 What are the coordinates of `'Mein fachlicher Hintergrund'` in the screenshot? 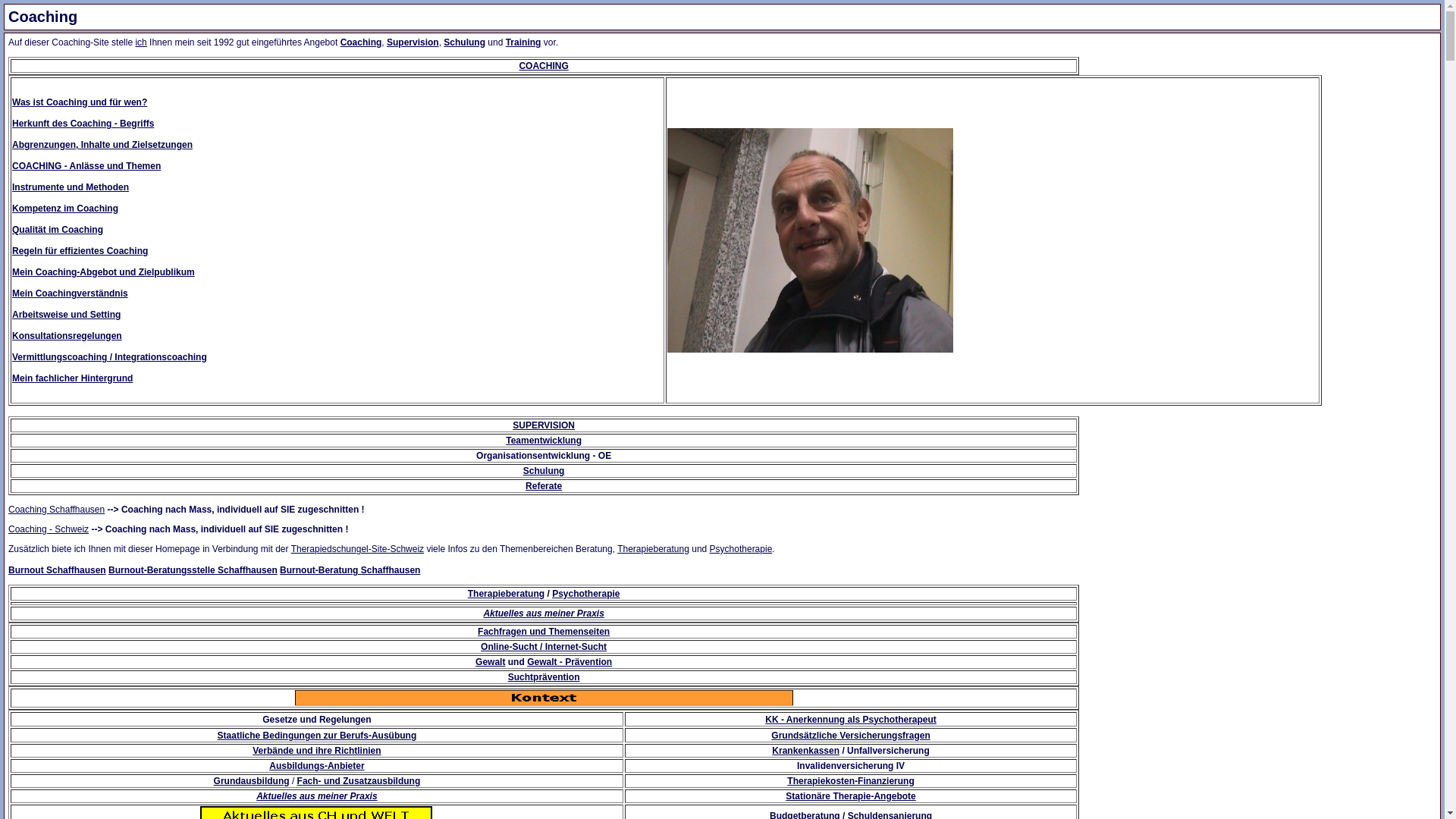 It's located at (71, 377).